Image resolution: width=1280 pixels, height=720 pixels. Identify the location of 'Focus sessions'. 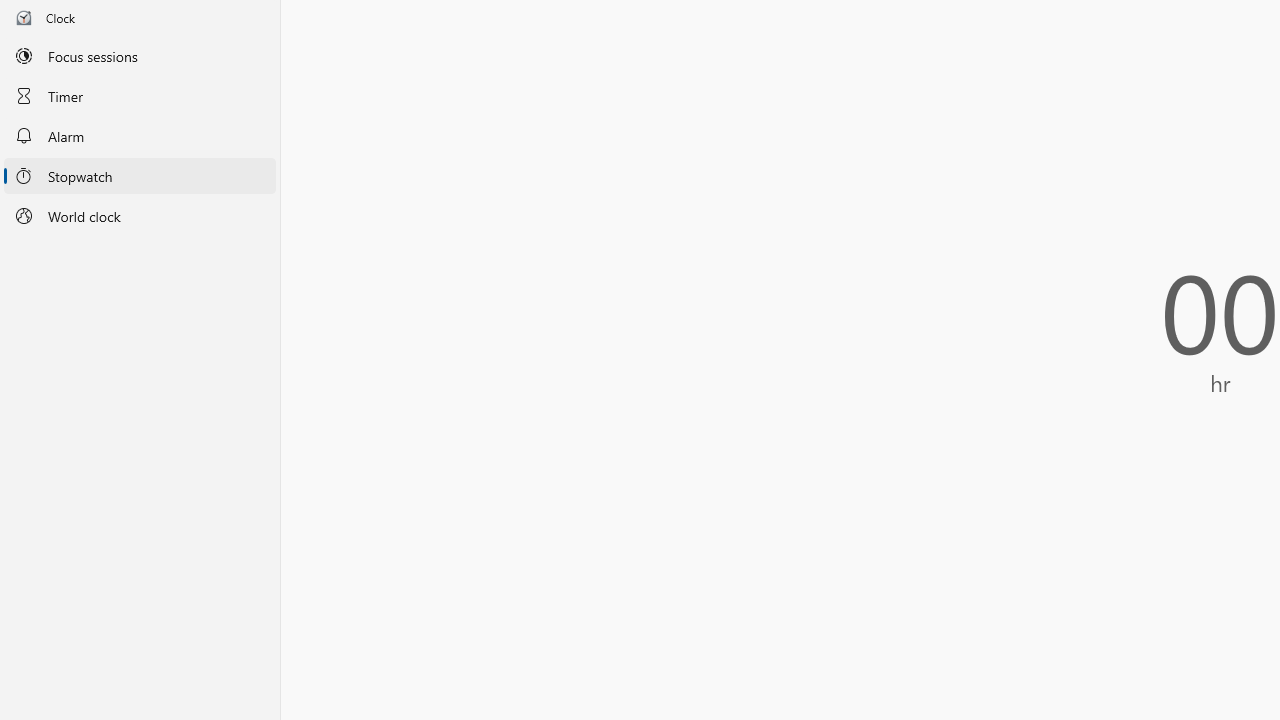
(139, 55).